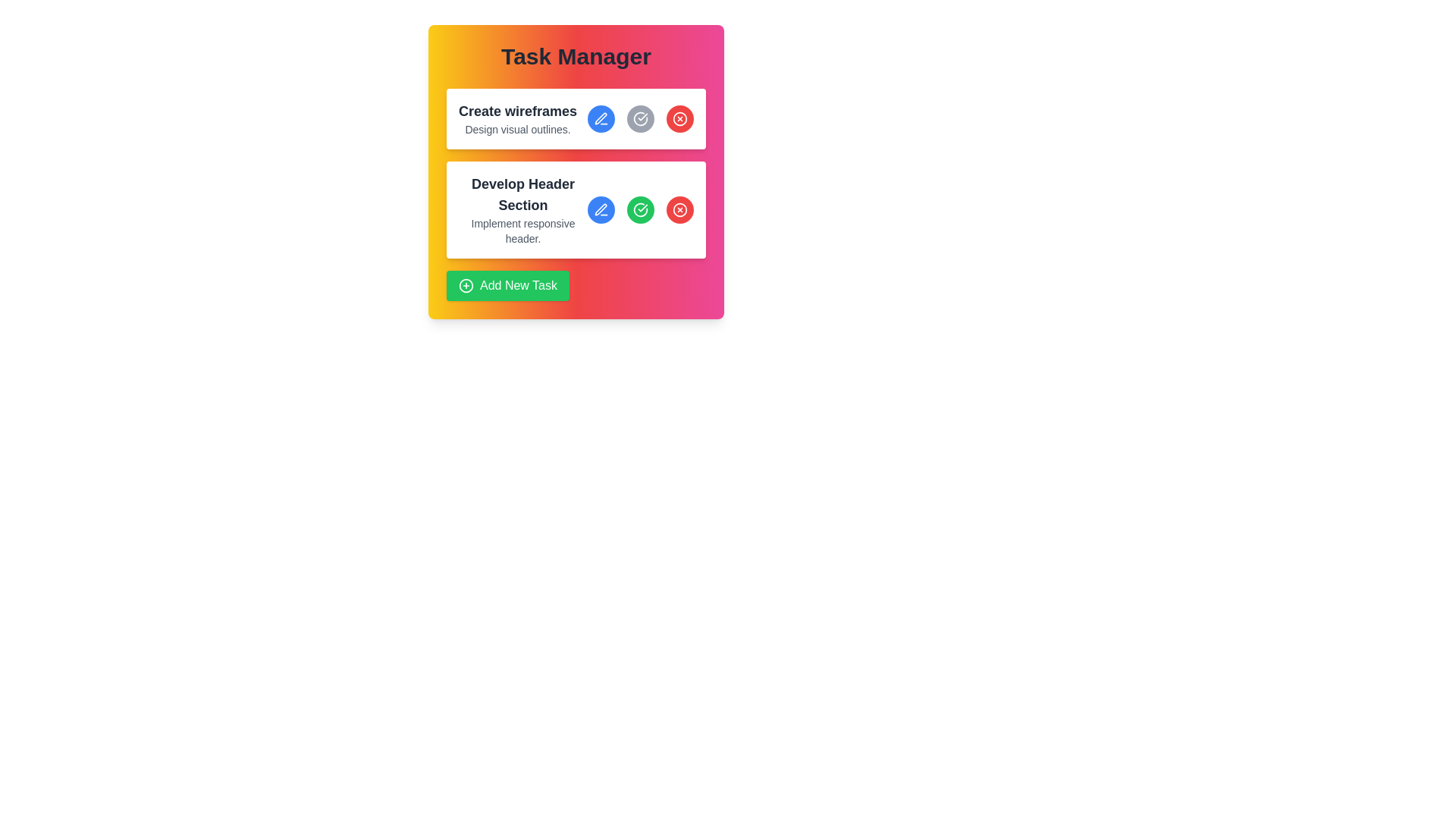 This screenshot has width=1456, height=819. I want to click on the pencil icon on the blue circular background located in the upper-right corner of the 'Create wireframes' task card, so click(600, 118).